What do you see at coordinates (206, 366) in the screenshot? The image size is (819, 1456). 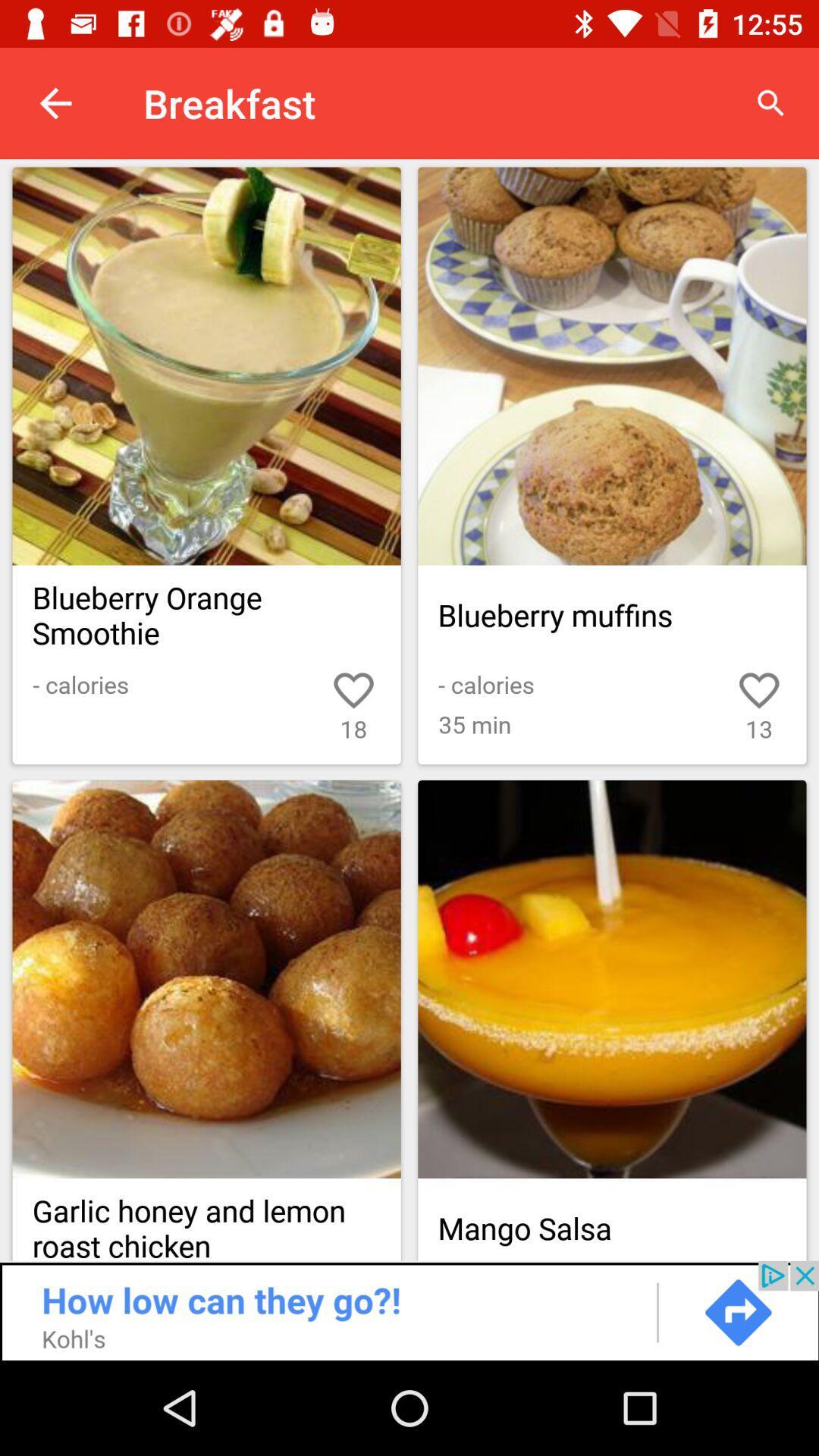 I see `open new page` at bounding box center [206, 366].